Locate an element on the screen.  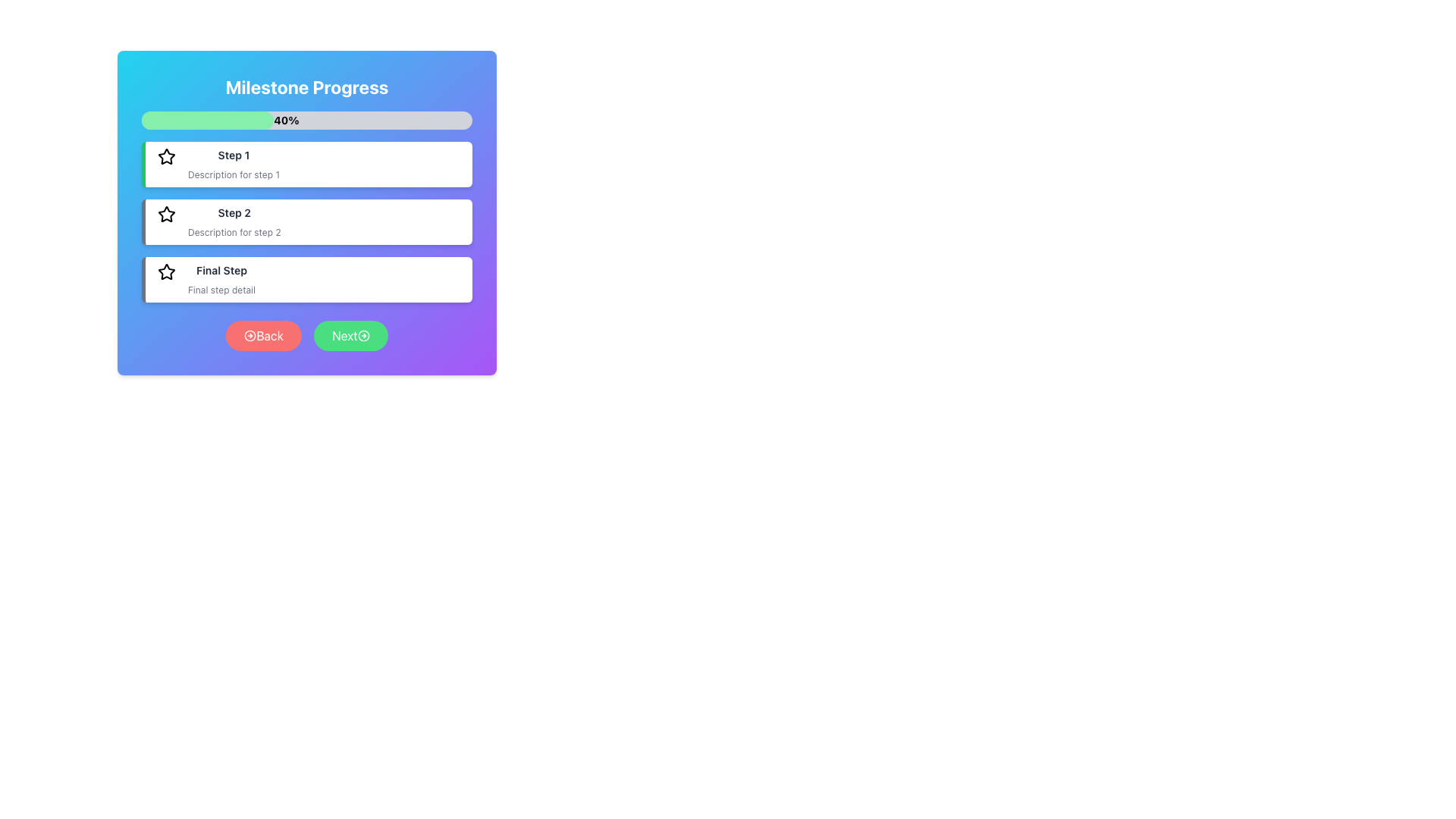
the star-shaped icon with a hollow center and thick black outline, located is located at coordinates (167, 214).